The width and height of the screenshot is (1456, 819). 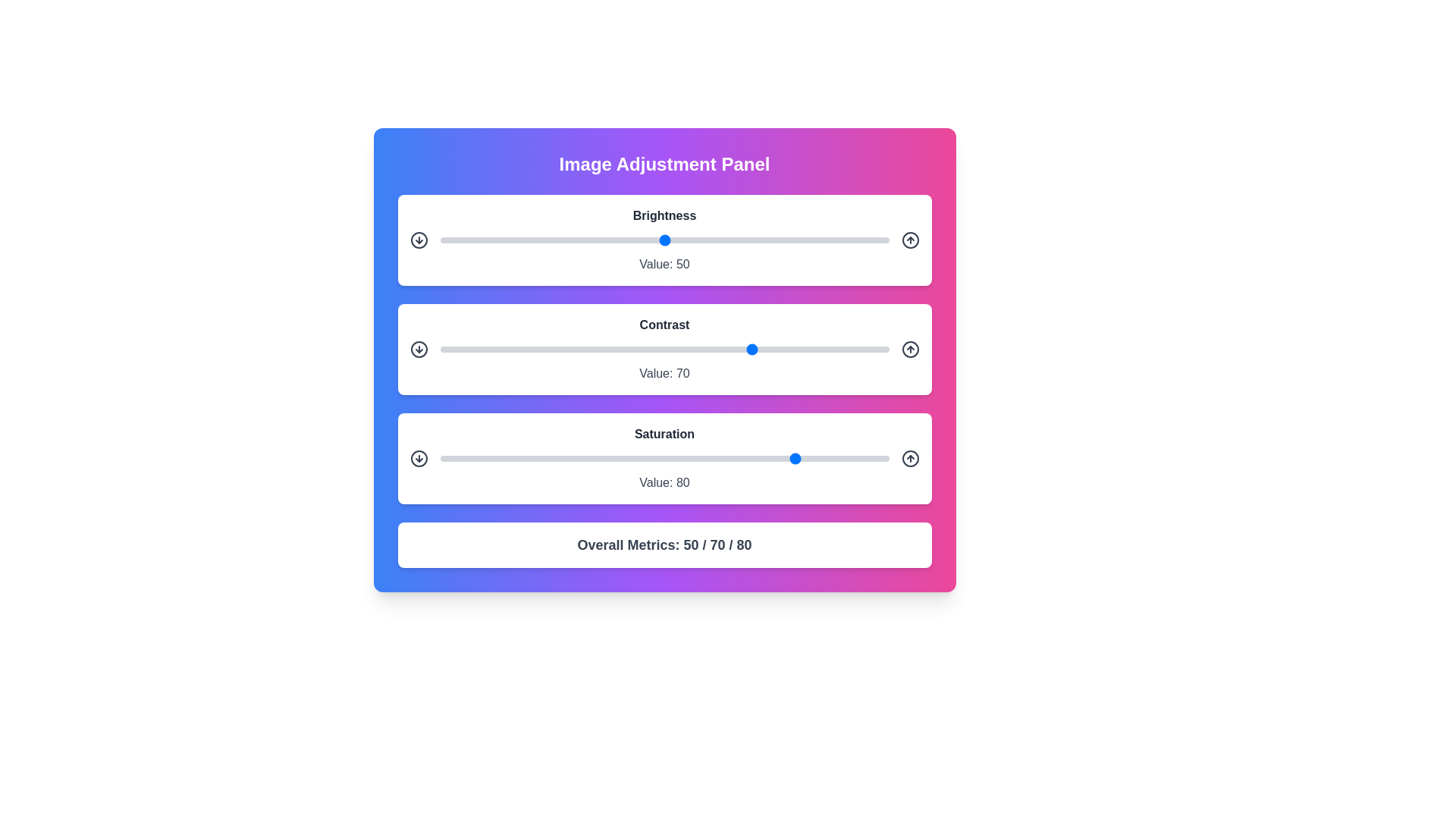 I want to click on the contrast, so click(x=691, y=350).